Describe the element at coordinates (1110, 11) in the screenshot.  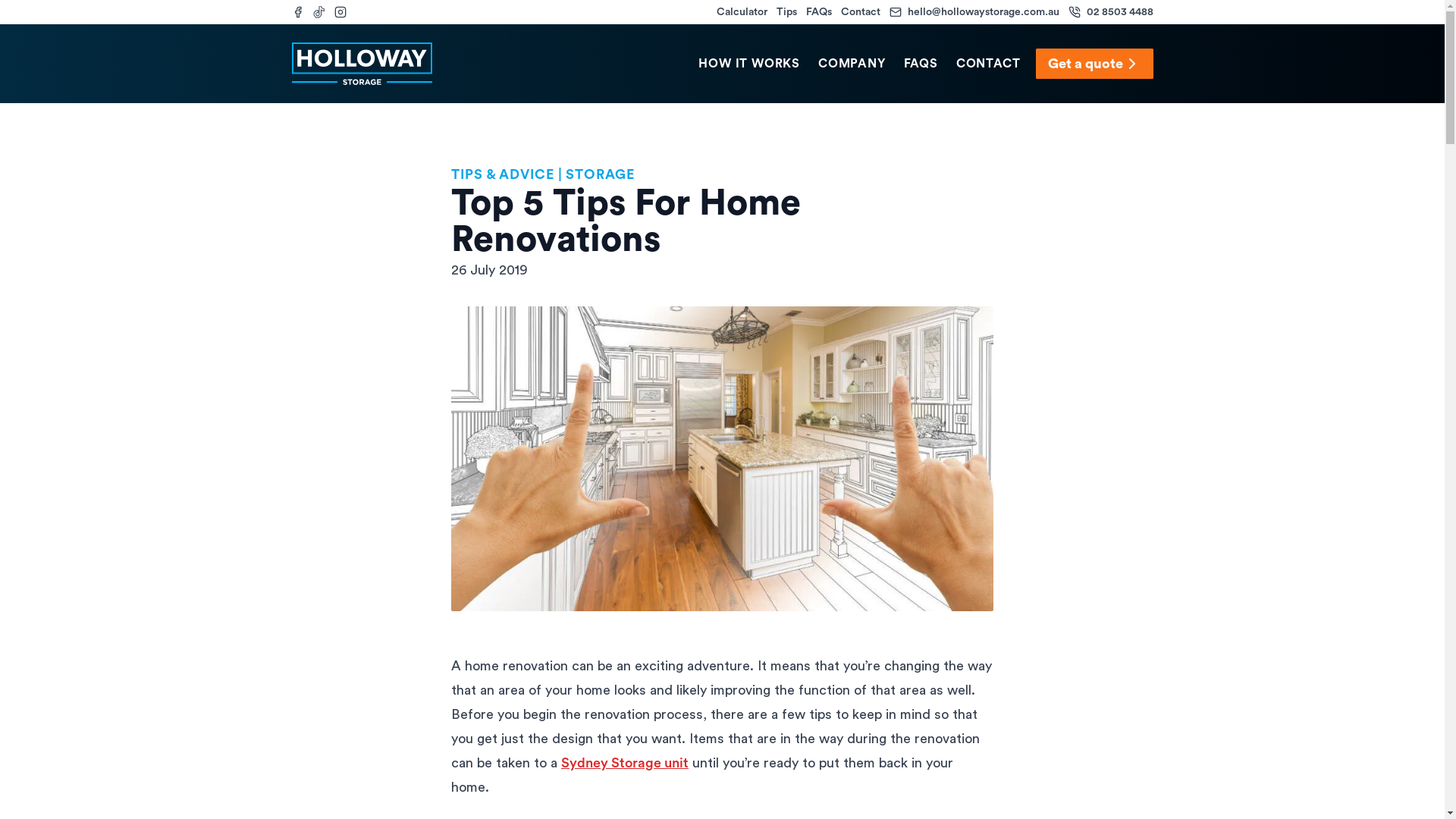
I see `'02 8503 4488'` at that location.